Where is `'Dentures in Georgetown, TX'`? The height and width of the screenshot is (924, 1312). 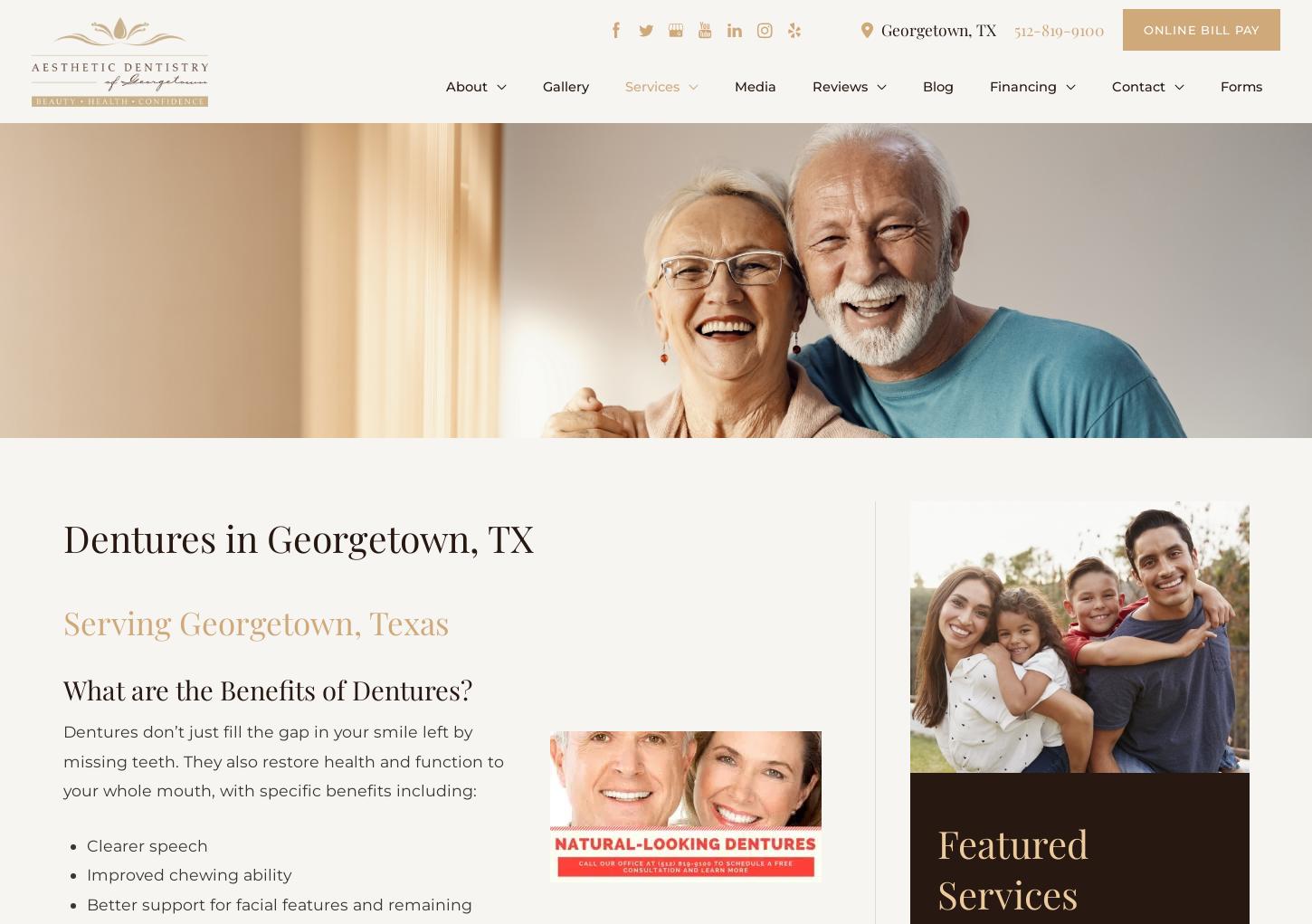
'Dentures in Georgetown, TX' is located at coordinates (63, 540).